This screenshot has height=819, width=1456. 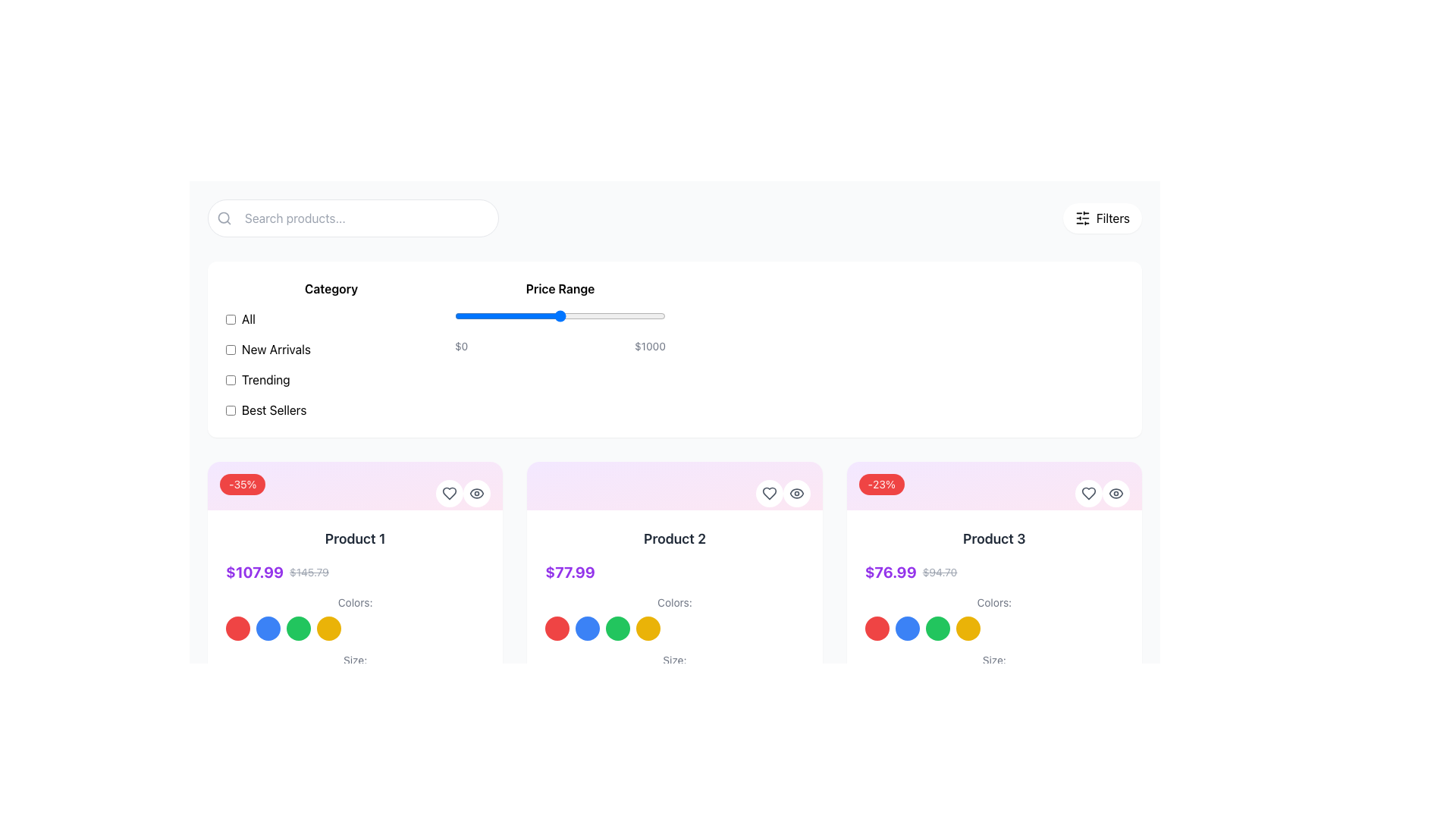 I want to click on the heart icon button located at the top-right of the first product card to favorite the item, so click(x=449, y=494).